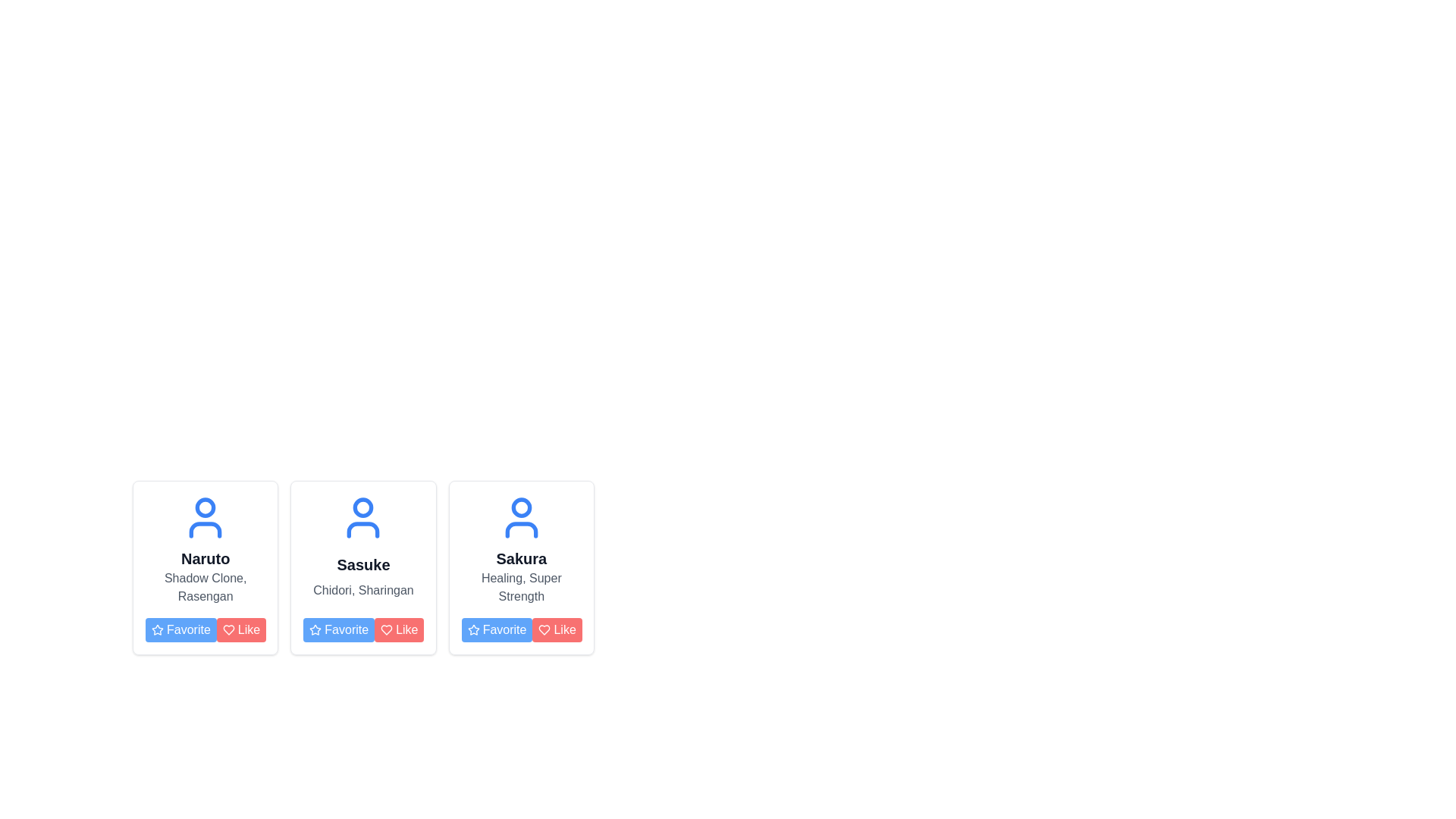 The height and width of the screenshot is (819, 1456). What do you see at coordinates (205, 587) in the screenshot?
I see `text label displaying 'Shadow Clone, Rasengan' which is styled in gray font and centrally aligned, located beneath the title 'Naruto' and above the buttons 'Favorite' and 'Like'` at bounding box center [205, 587].